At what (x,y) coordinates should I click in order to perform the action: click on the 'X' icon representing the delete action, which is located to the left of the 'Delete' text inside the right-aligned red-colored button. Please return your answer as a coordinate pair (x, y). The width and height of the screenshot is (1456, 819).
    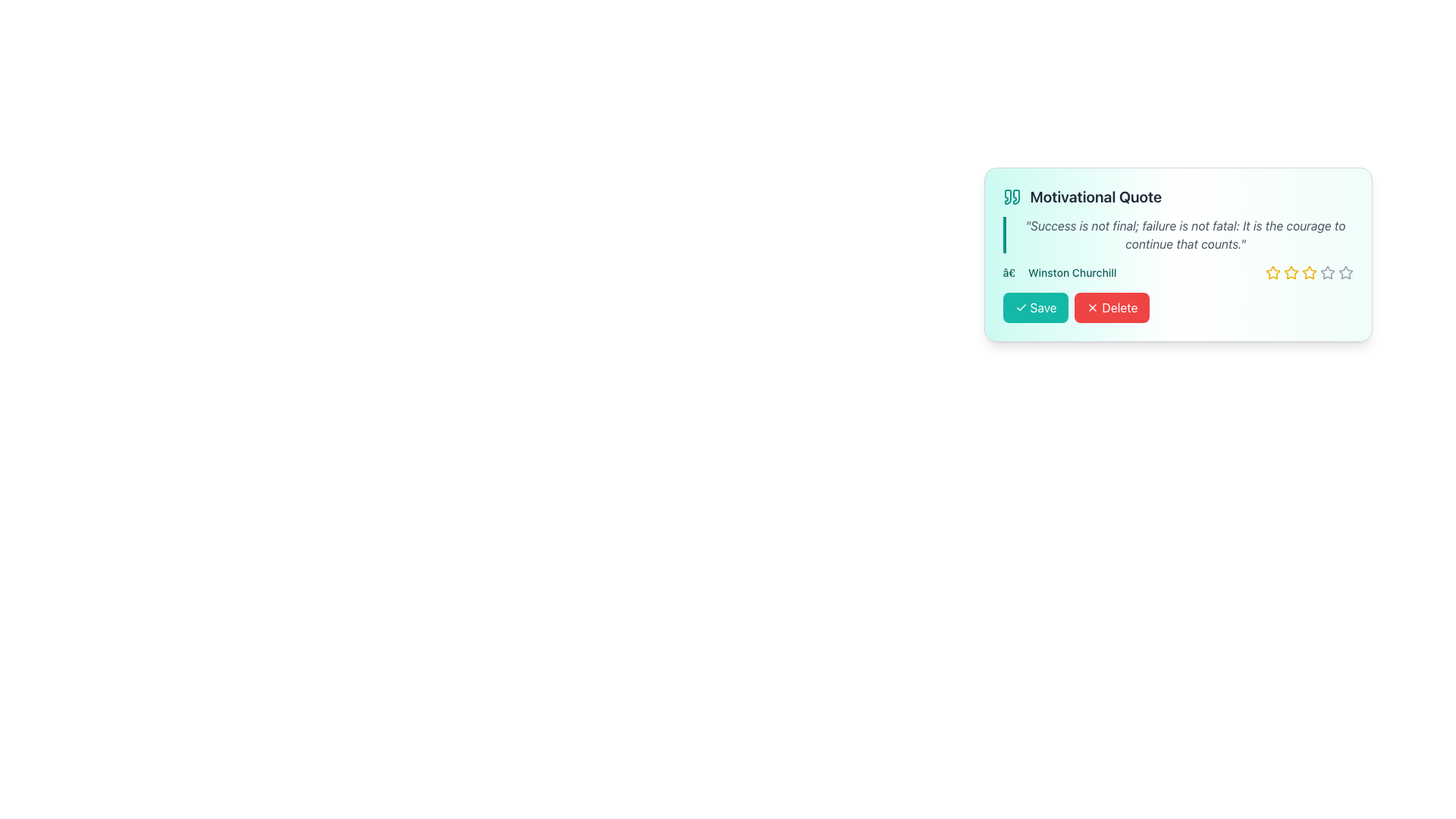
    Looking at the image, I should click on (1093, 307).